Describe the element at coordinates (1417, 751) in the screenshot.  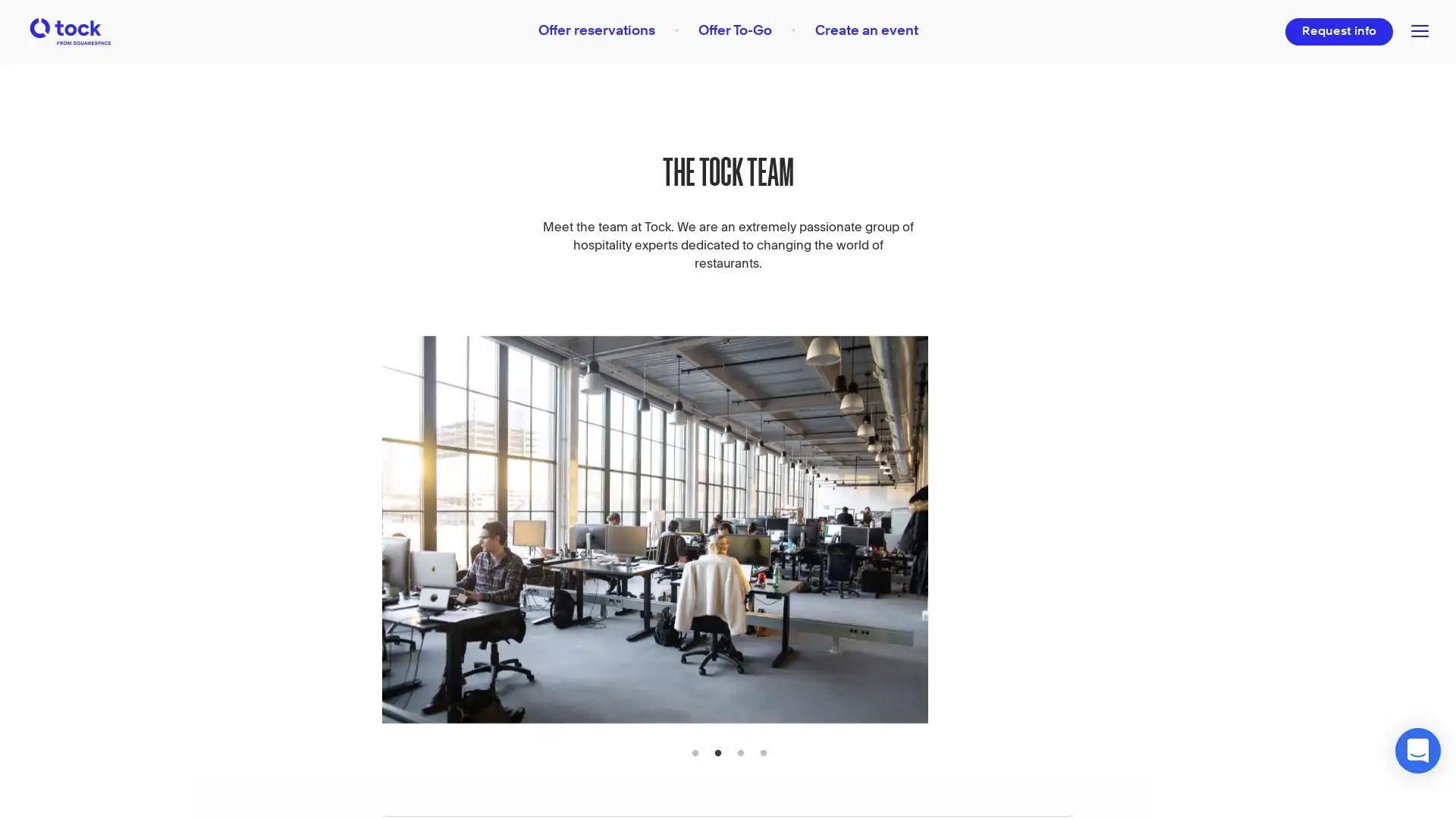
I see `Open Intercom Messenger` at that location.